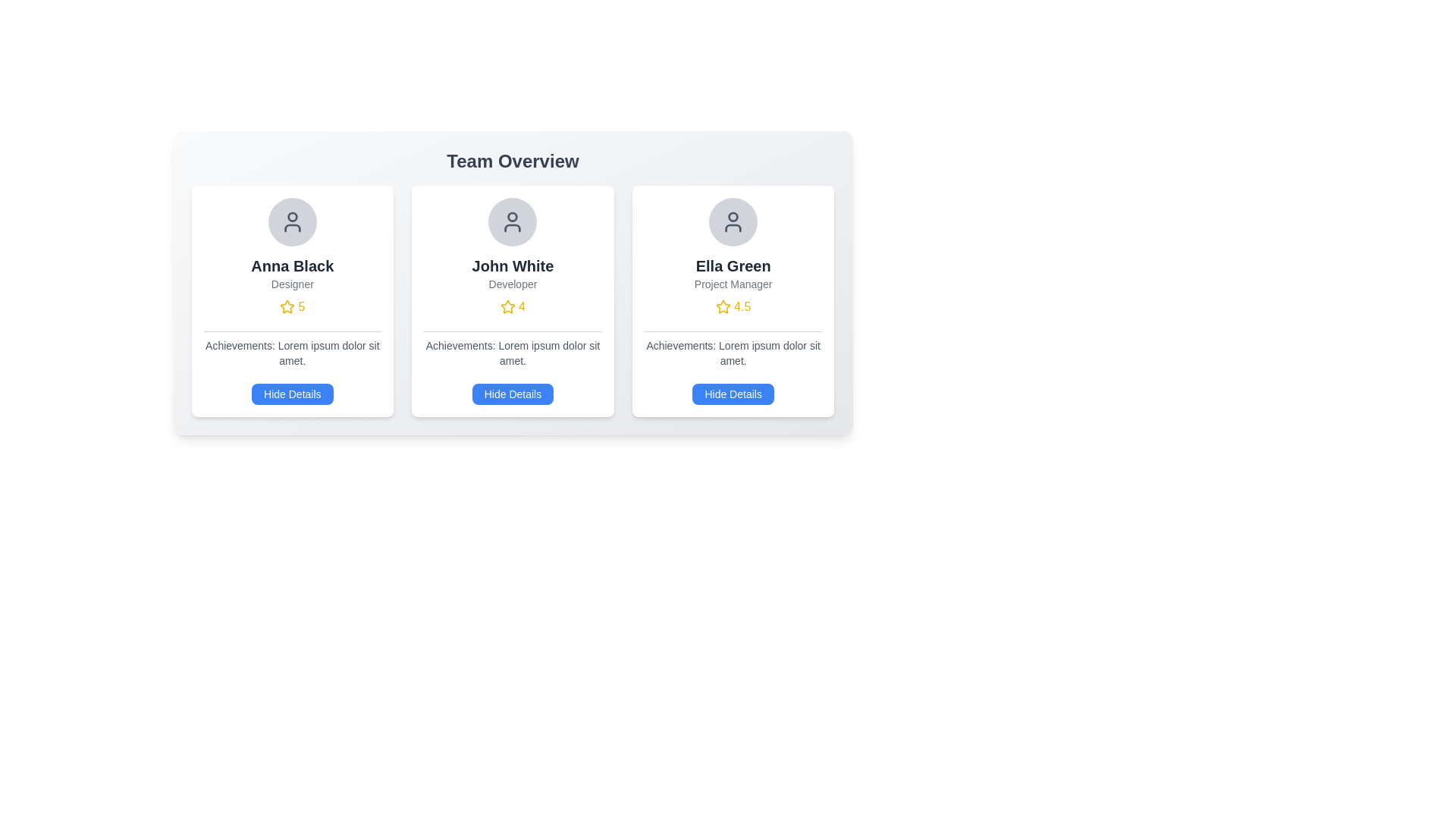 The width and height of the screenshot is (1456, 819). I want to click on the text label displaying 'Ella Green' to trigger the tooltip if enabled, so click(733, 265).